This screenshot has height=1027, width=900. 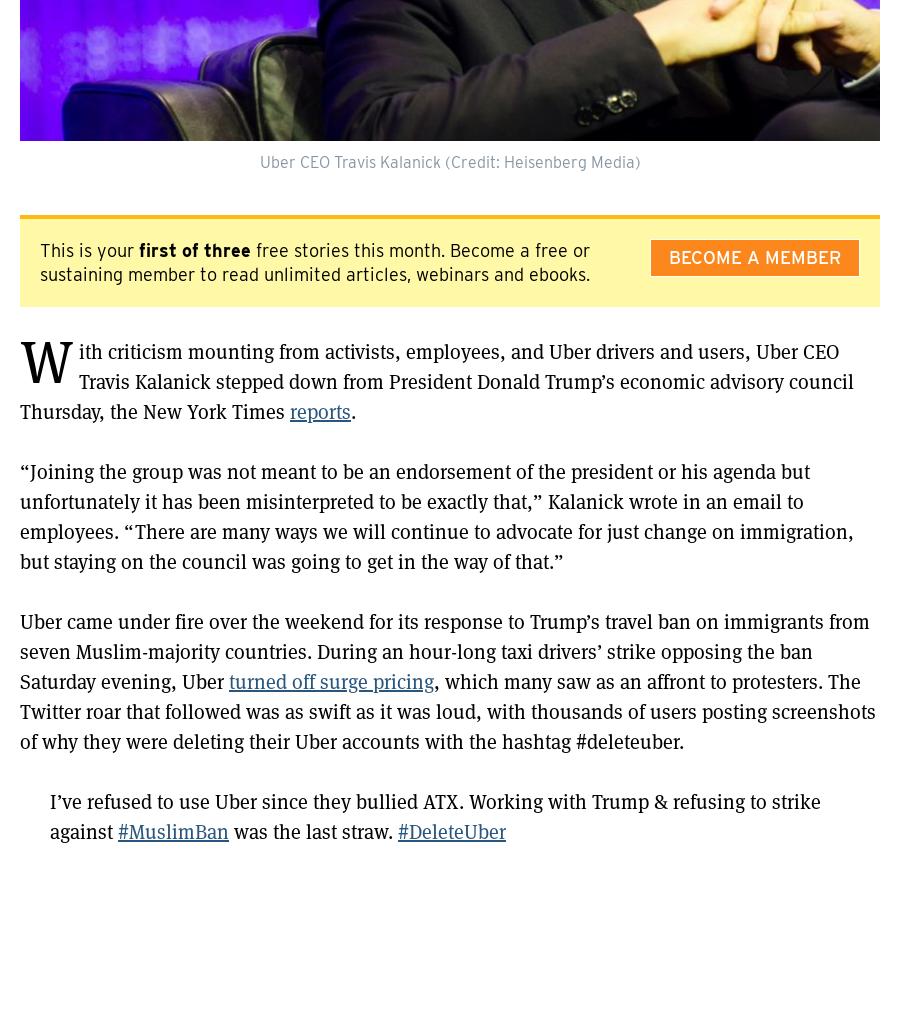 I want to click on 'Become A Member', so click(x=754, y=257).